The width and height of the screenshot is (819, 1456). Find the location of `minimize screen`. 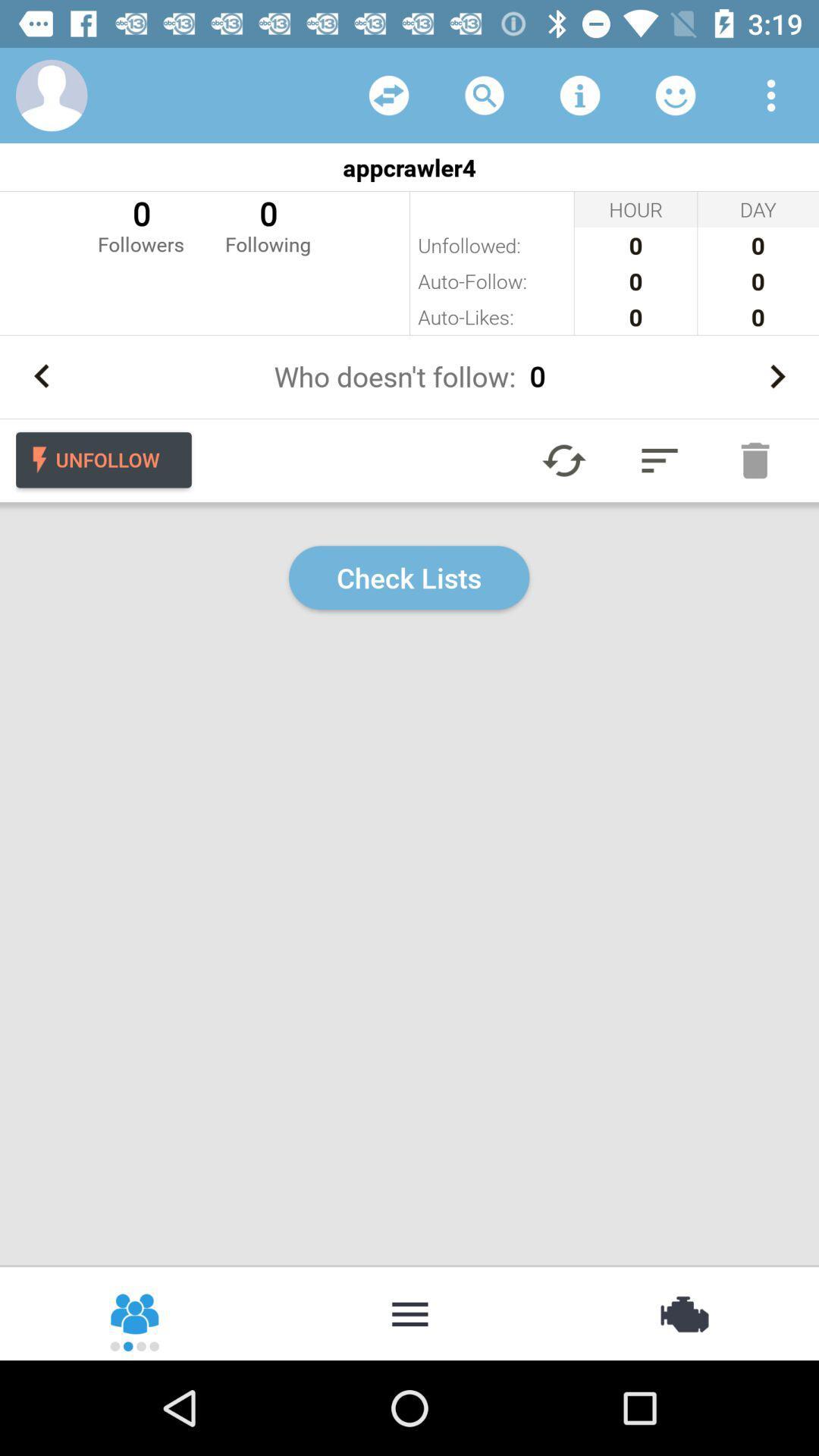

minimize screen is located at coordinates (409, 1312).